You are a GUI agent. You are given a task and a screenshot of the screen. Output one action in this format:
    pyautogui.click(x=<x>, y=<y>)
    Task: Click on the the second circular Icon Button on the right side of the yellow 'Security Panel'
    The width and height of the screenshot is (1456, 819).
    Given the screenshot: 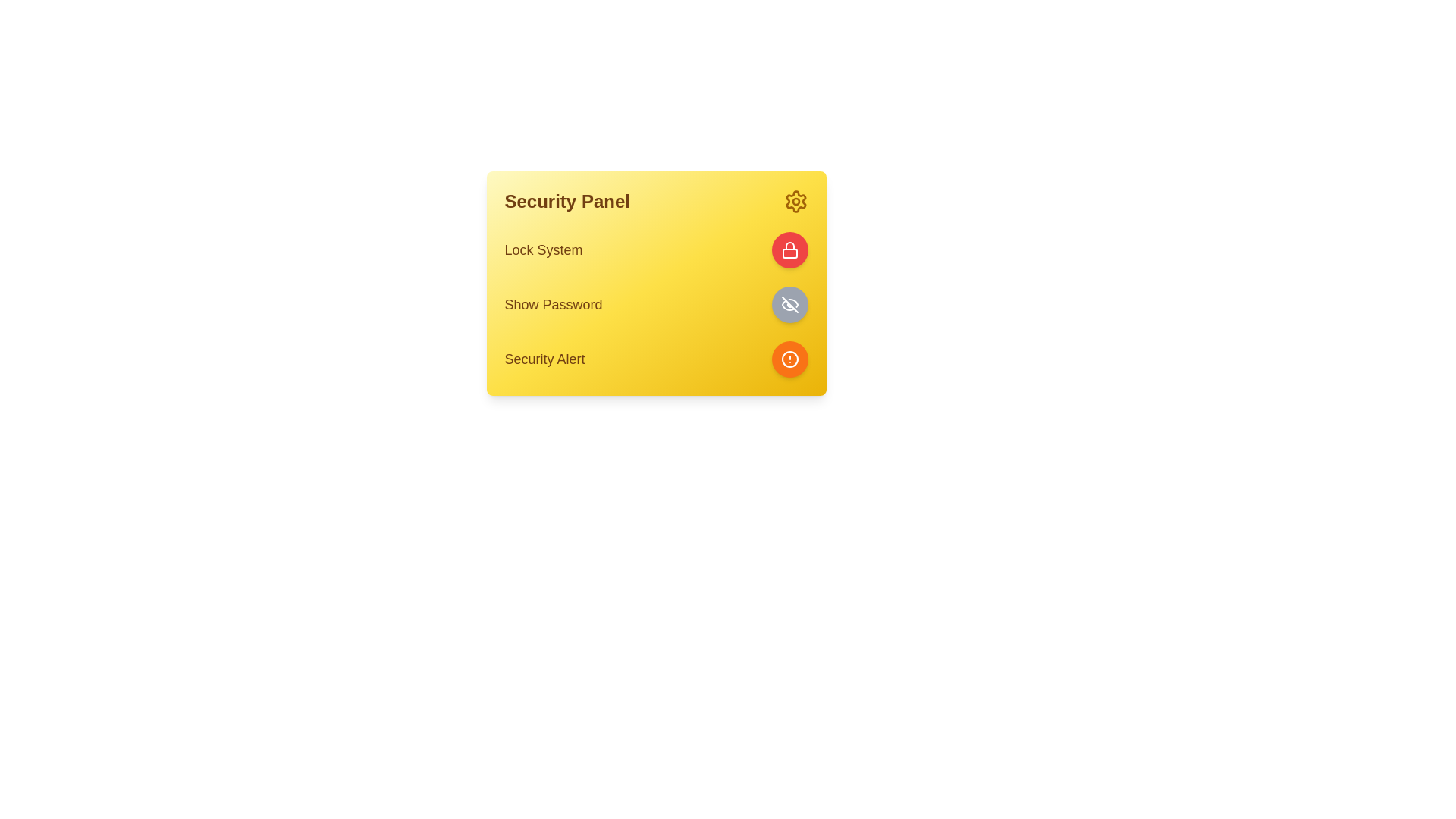 What is the action you would take?
    pyautogui.click(x=789, y=304)
    